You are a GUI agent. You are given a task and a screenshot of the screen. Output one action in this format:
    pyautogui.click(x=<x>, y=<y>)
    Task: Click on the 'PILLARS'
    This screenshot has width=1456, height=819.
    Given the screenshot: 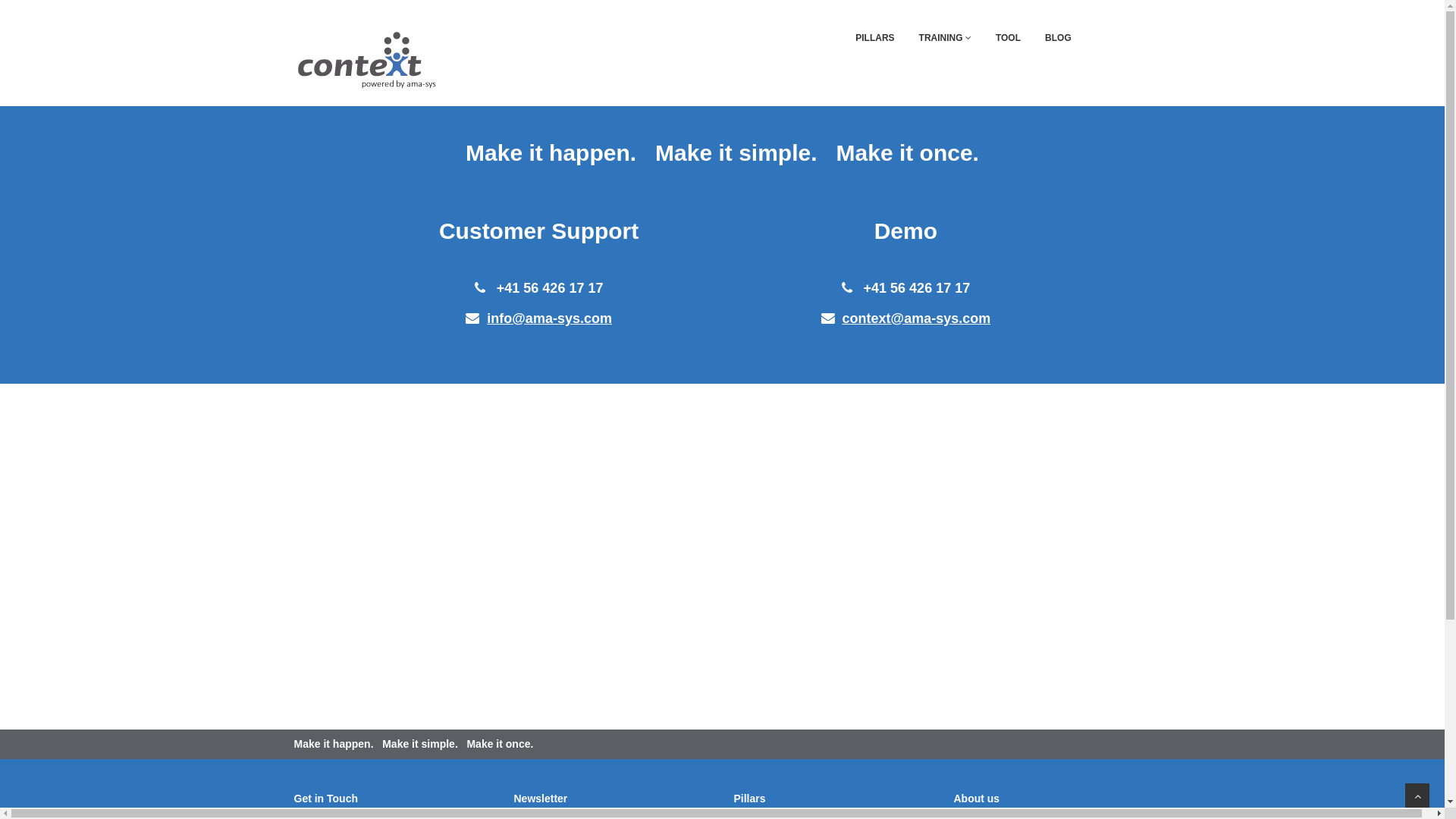 What is the action you would take?
    pyautogui.click(x=874, y=37)
    